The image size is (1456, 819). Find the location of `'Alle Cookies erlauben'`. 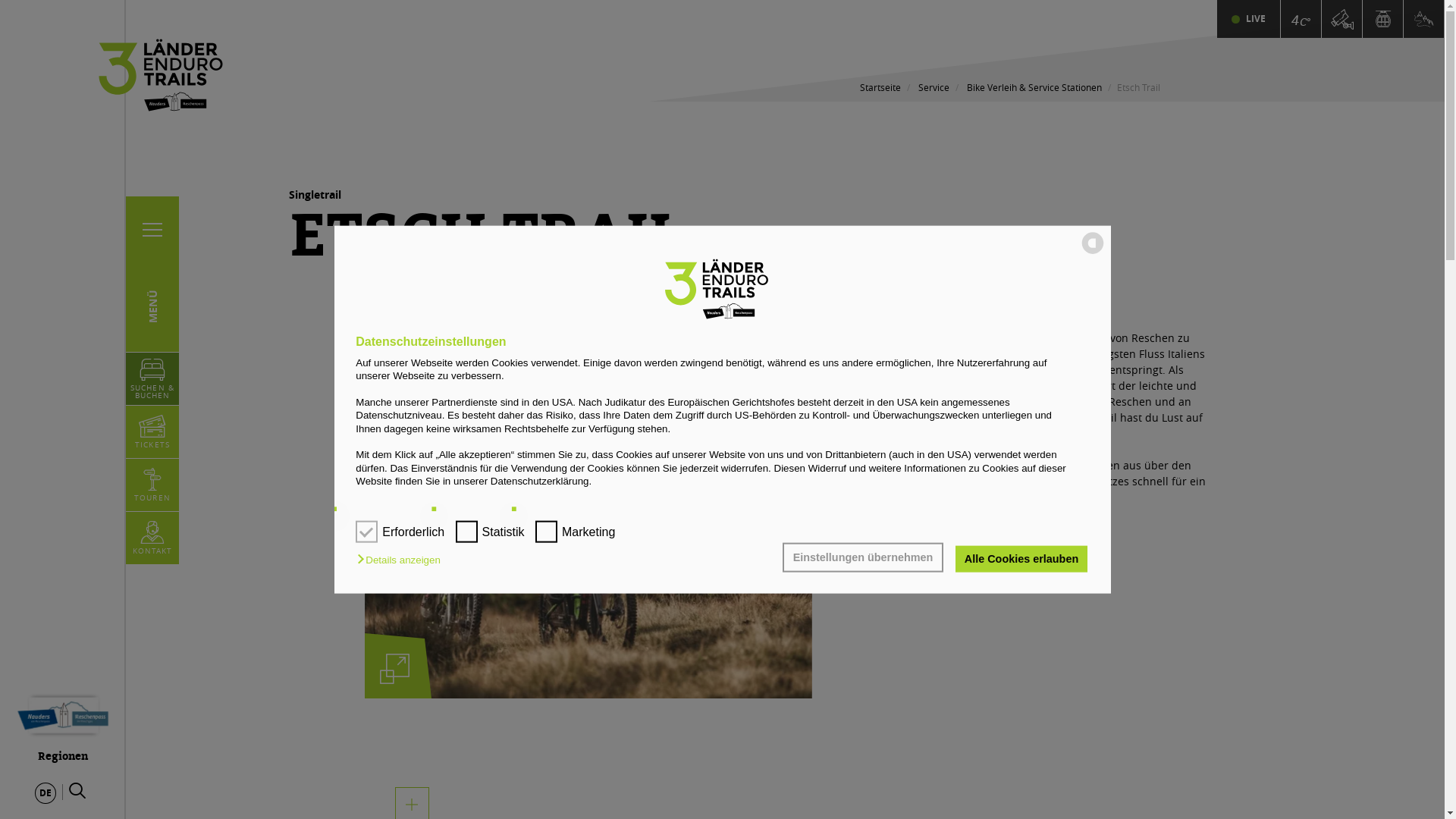

'Alle Cookies erlauben' is located at coordinates (1021, 558).